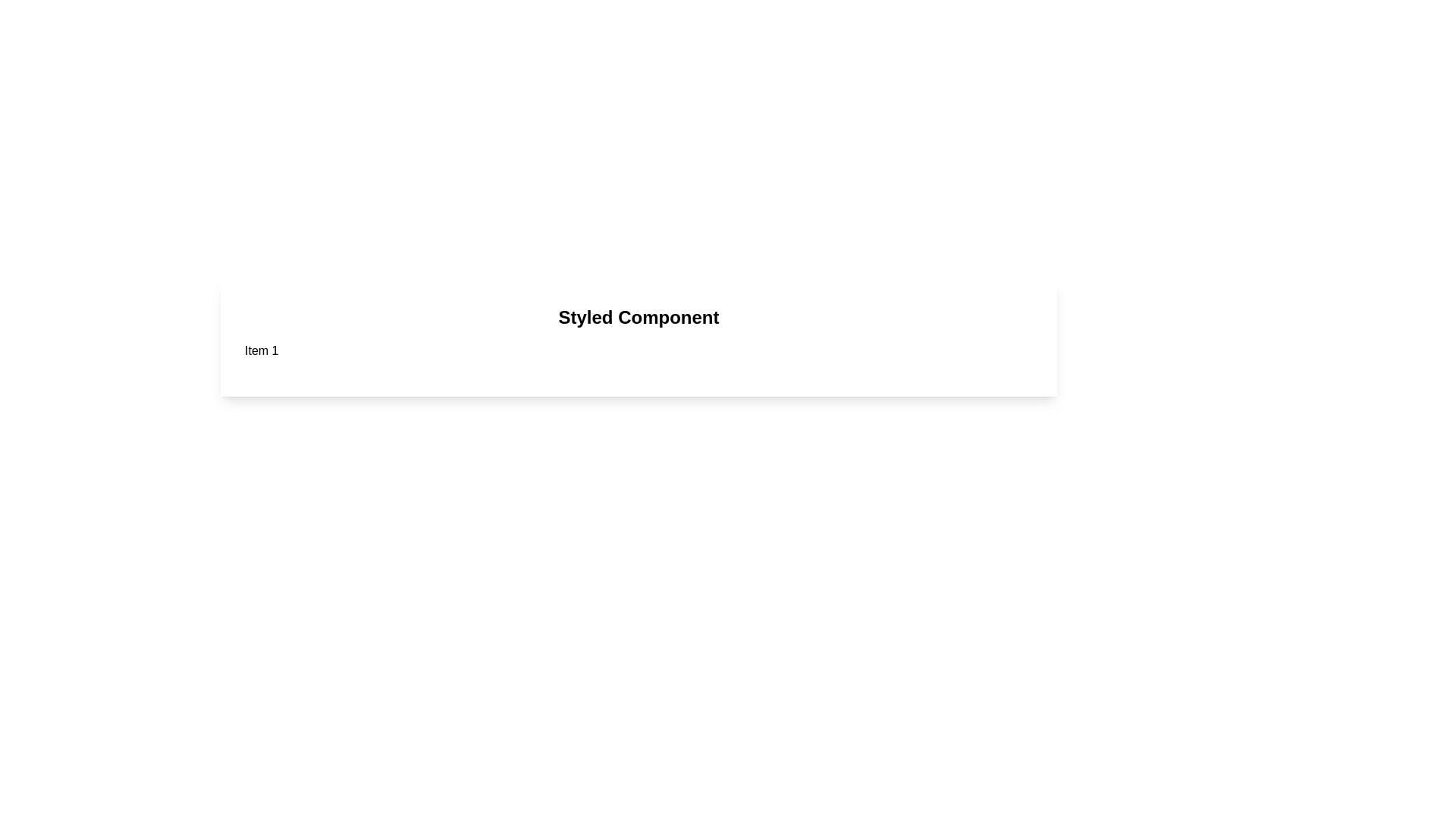 The image size is (1456, 819). Describe the element at coordinates (639, 317) in the screenshot. I see `the header text 'Styled Component' to select it` at that location.